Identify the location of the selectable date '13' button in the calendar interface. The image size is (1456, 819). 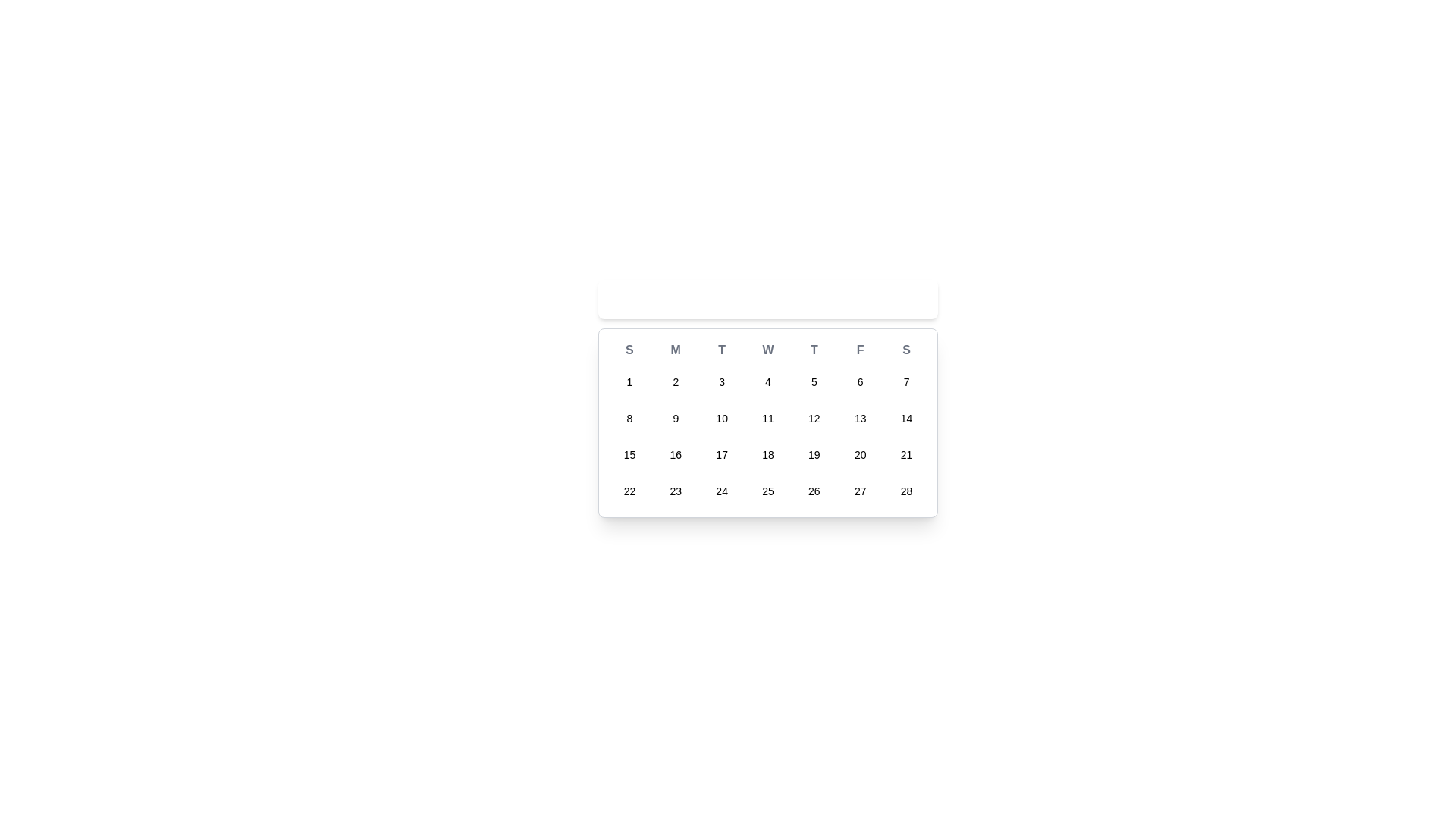
(860, 418).